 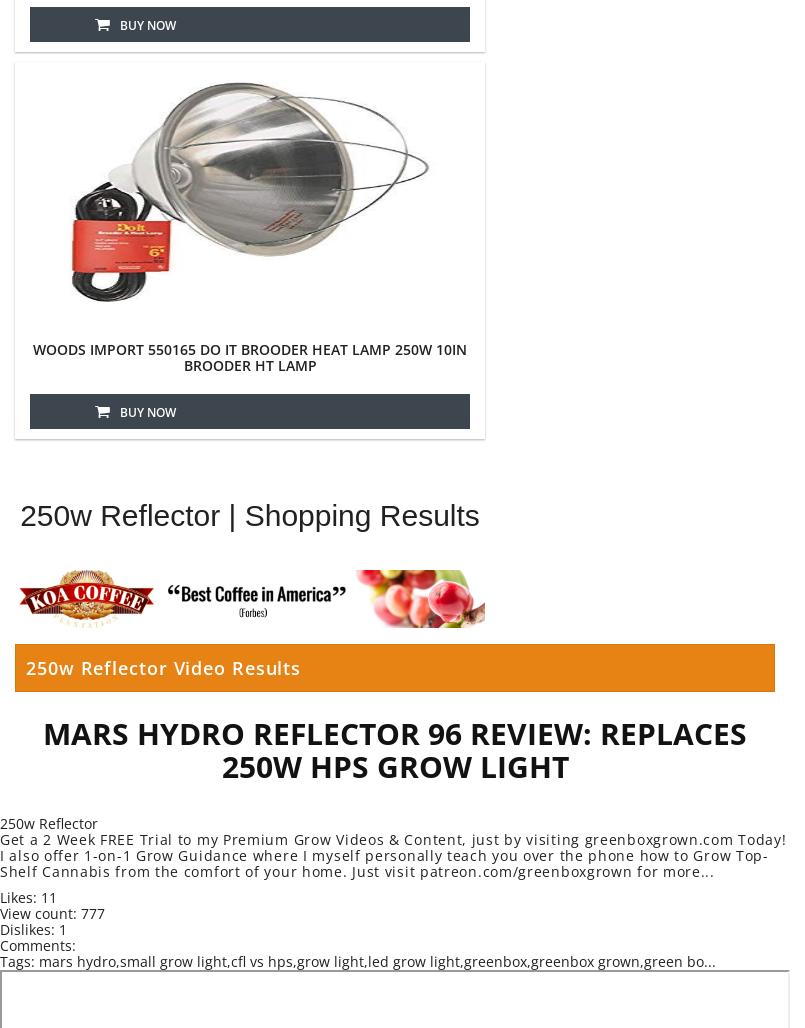 What do you see at coordinates (0, 929) in the screenshot?
I see `'Dislikes: 1'` at bounding box center [0, 929].